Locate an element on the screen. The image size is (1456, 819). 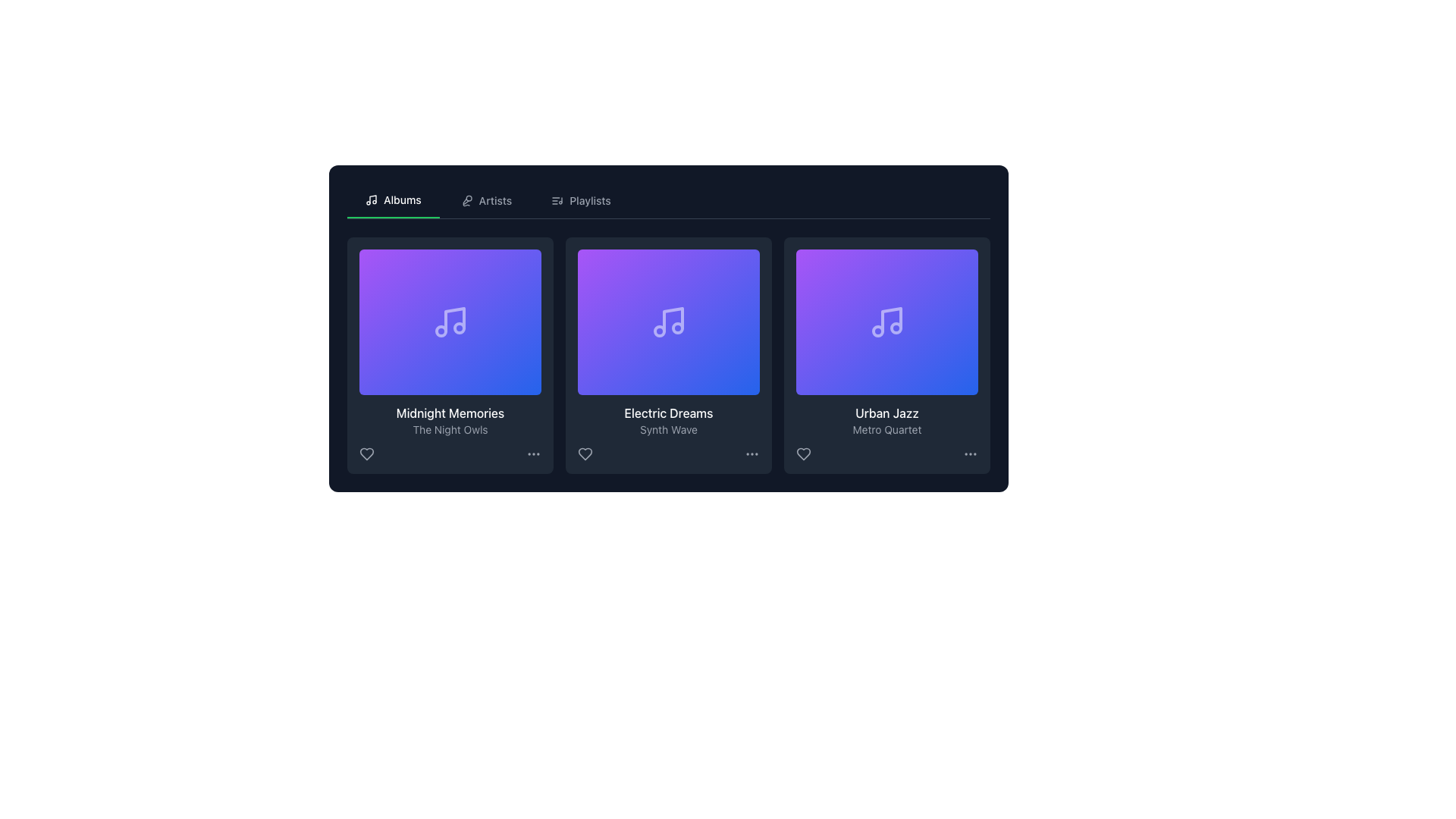
Play Button icon located at the bottom-right corner of the 'Midnight Memories' album card, which serves as a playback control for the associated media item is located at coordinates (520, 374).